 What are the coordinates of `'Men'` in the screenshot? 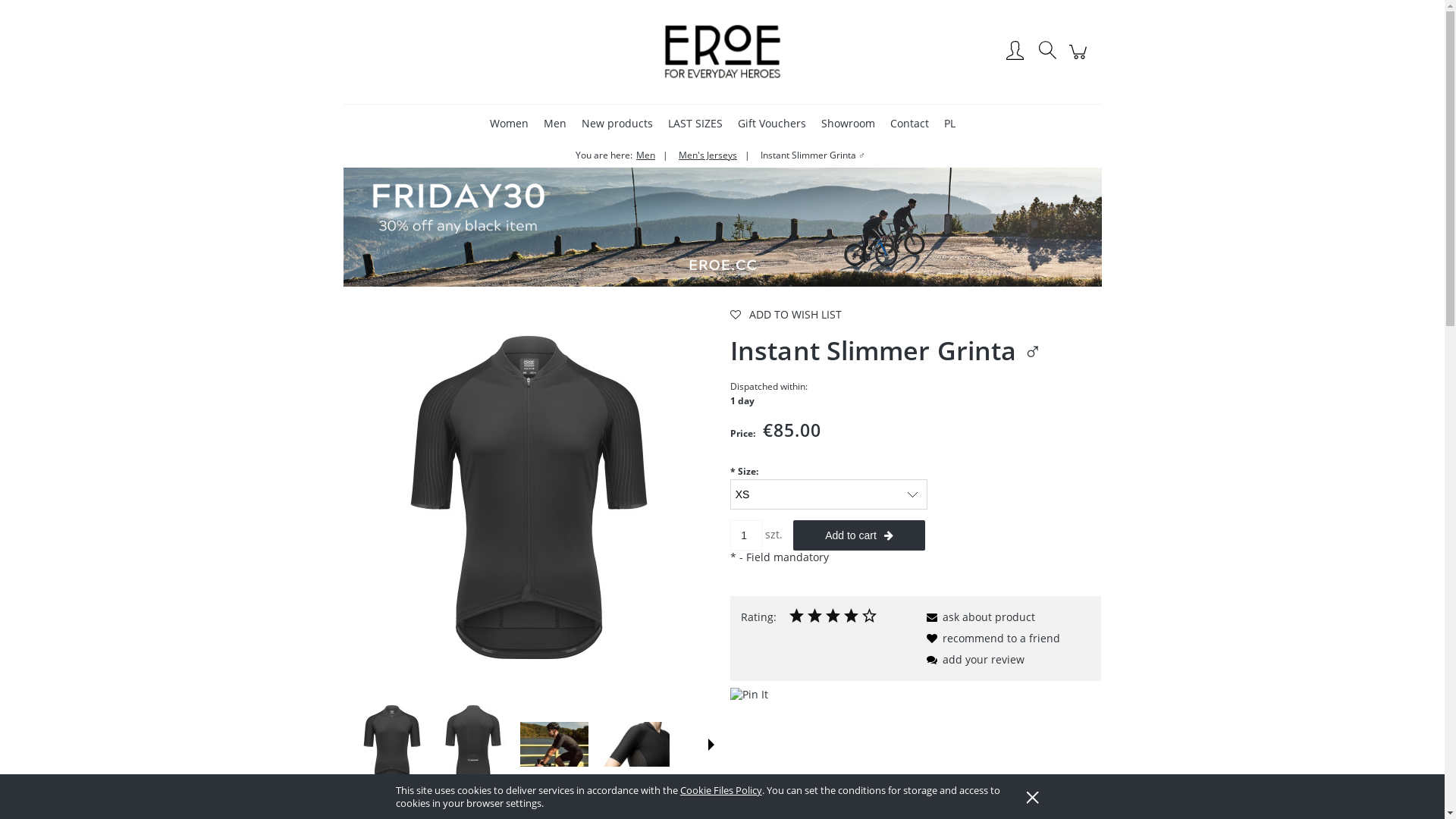 It's located at (537, 122).